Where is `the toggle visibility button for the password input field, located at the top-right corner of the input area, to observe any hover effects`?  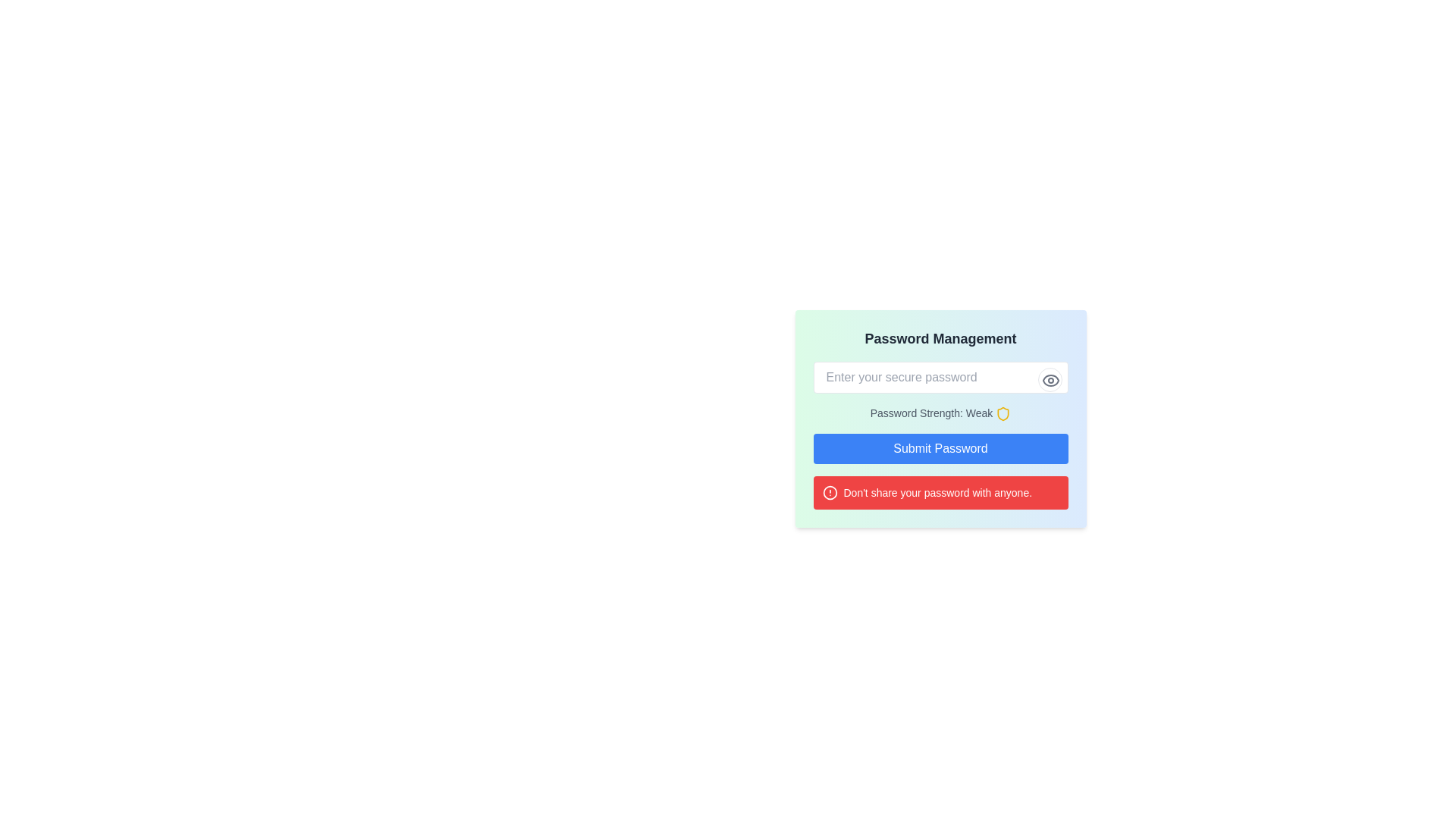 the toggle visibility button for the password input field, located at the top-right corner of the input area, to observe any hover effects is located at coordinates (1049, 379).